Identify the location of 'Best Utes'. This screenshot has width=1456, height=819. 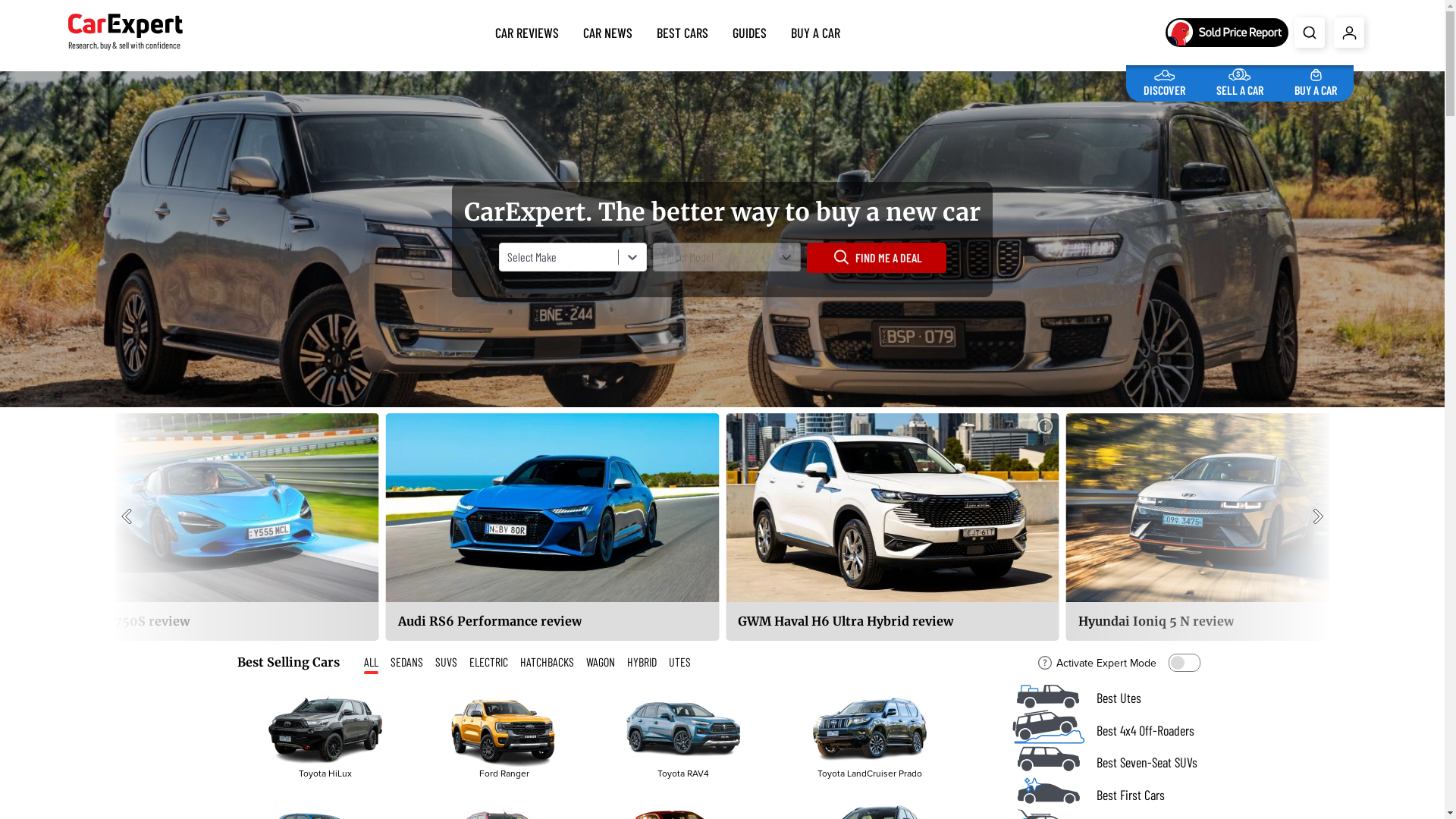
(1109, 698).